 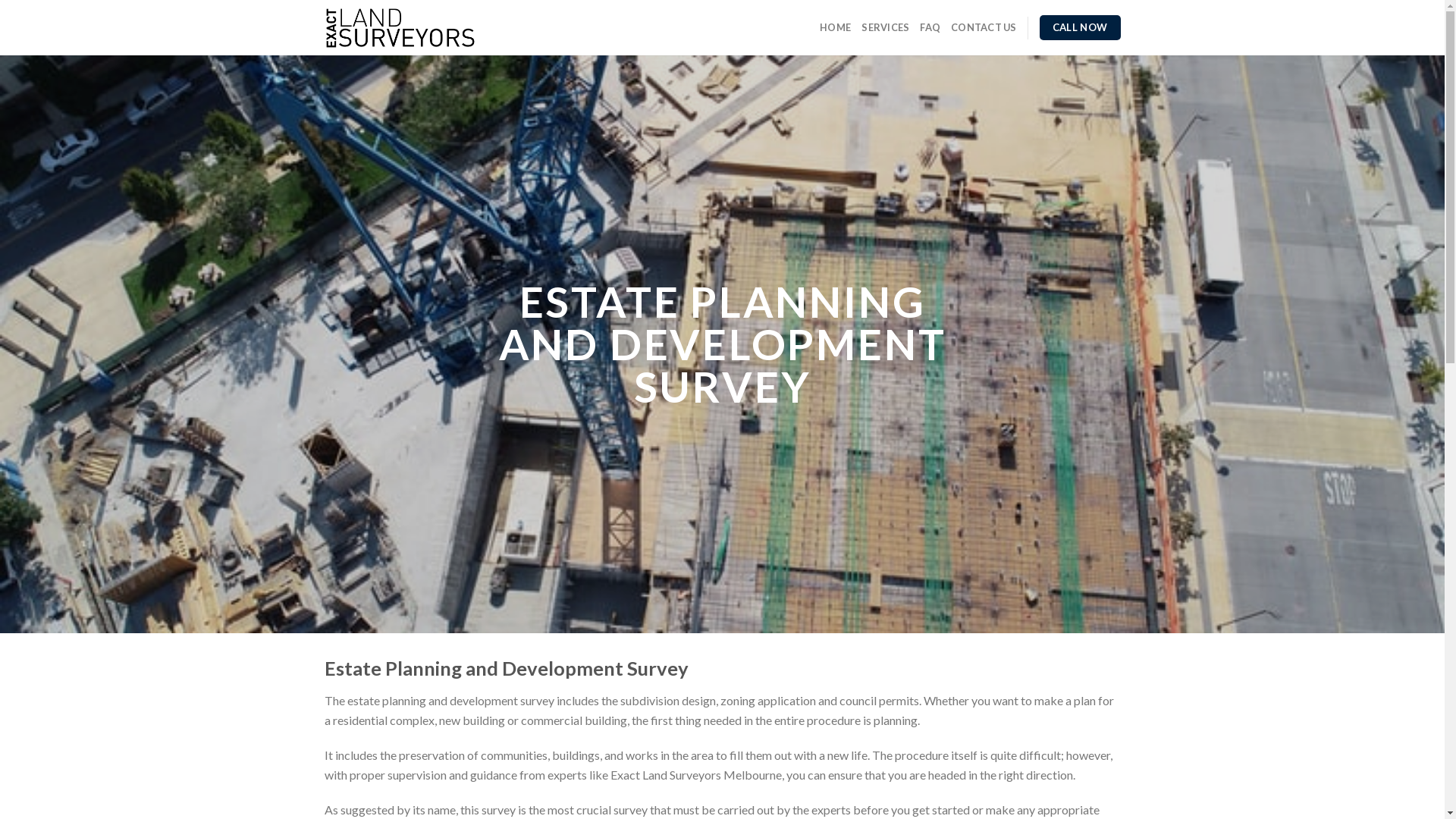 I want to click on 'SERVICES', so click(x=885, y=27).